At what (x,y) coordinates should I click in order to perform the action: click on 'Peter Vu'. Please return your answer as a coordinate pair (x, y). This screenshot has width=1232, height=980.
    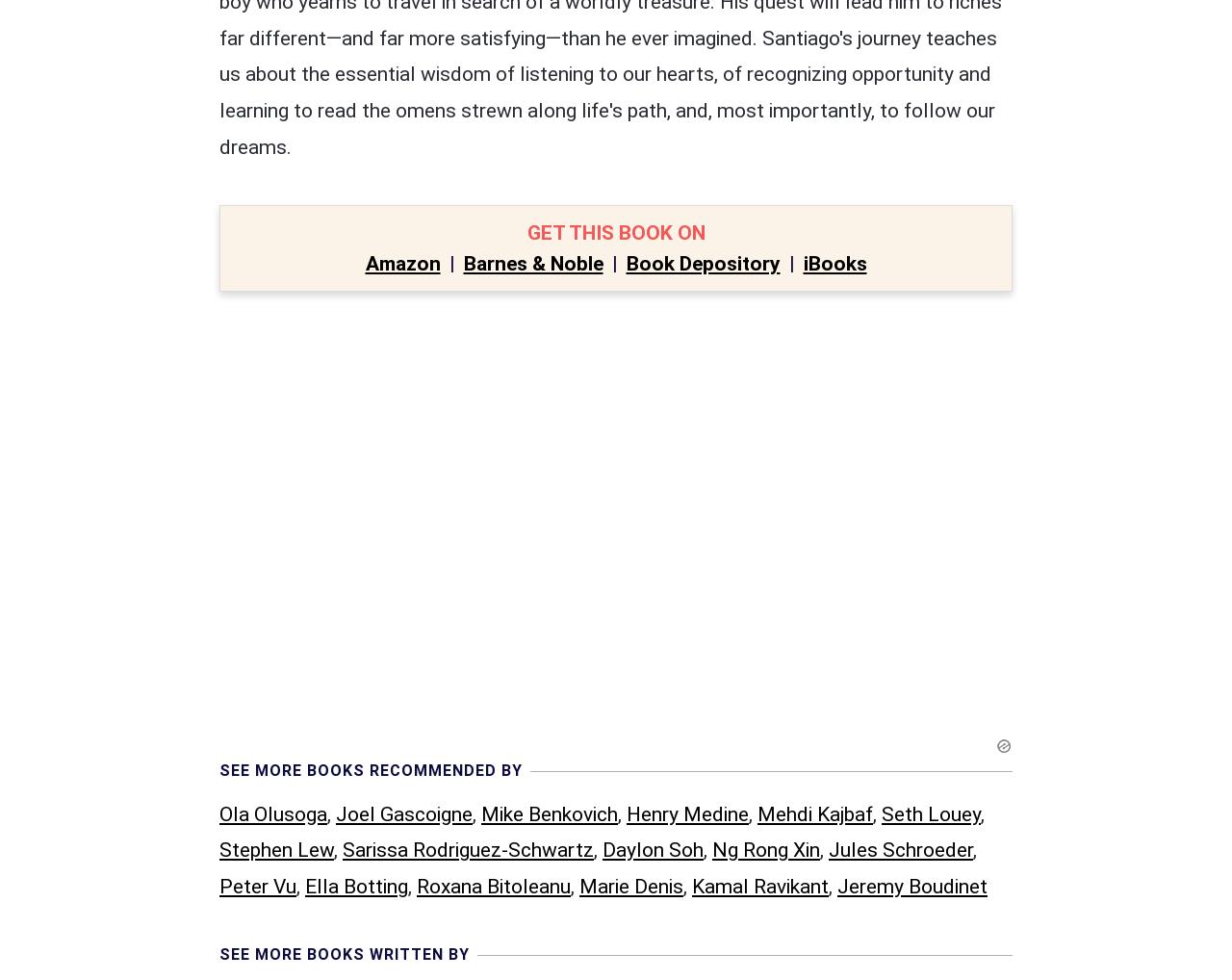
    Looking at the image, I should click on (257, 487).